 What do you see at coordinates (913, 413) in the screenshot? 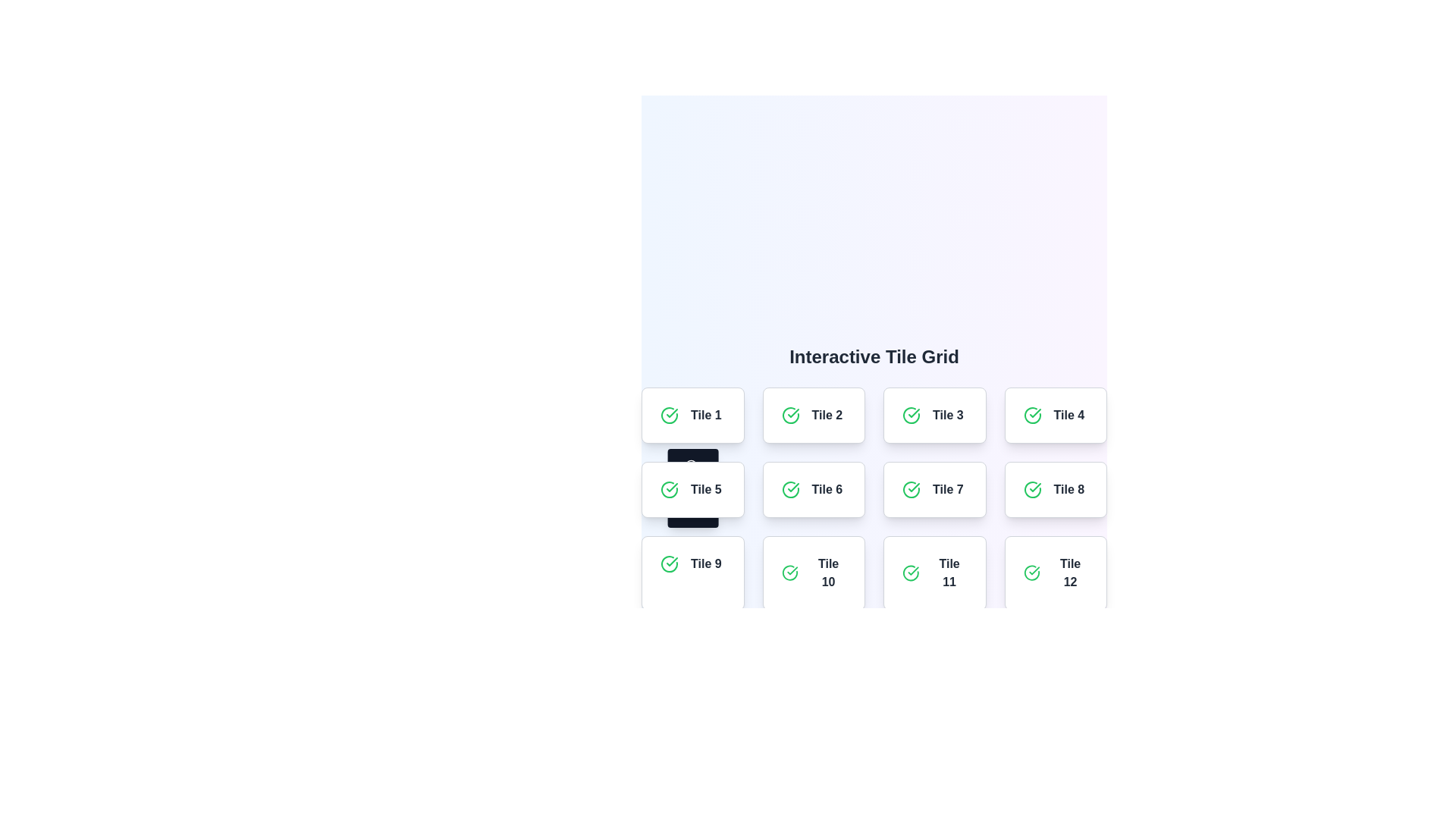
I see `green checkmark icon that indicates a positive status, located within the SVG element with class 'lucide lucide-circle-check-big', positioned near the label 'Tile 5'` at bounding box center [913, 413].